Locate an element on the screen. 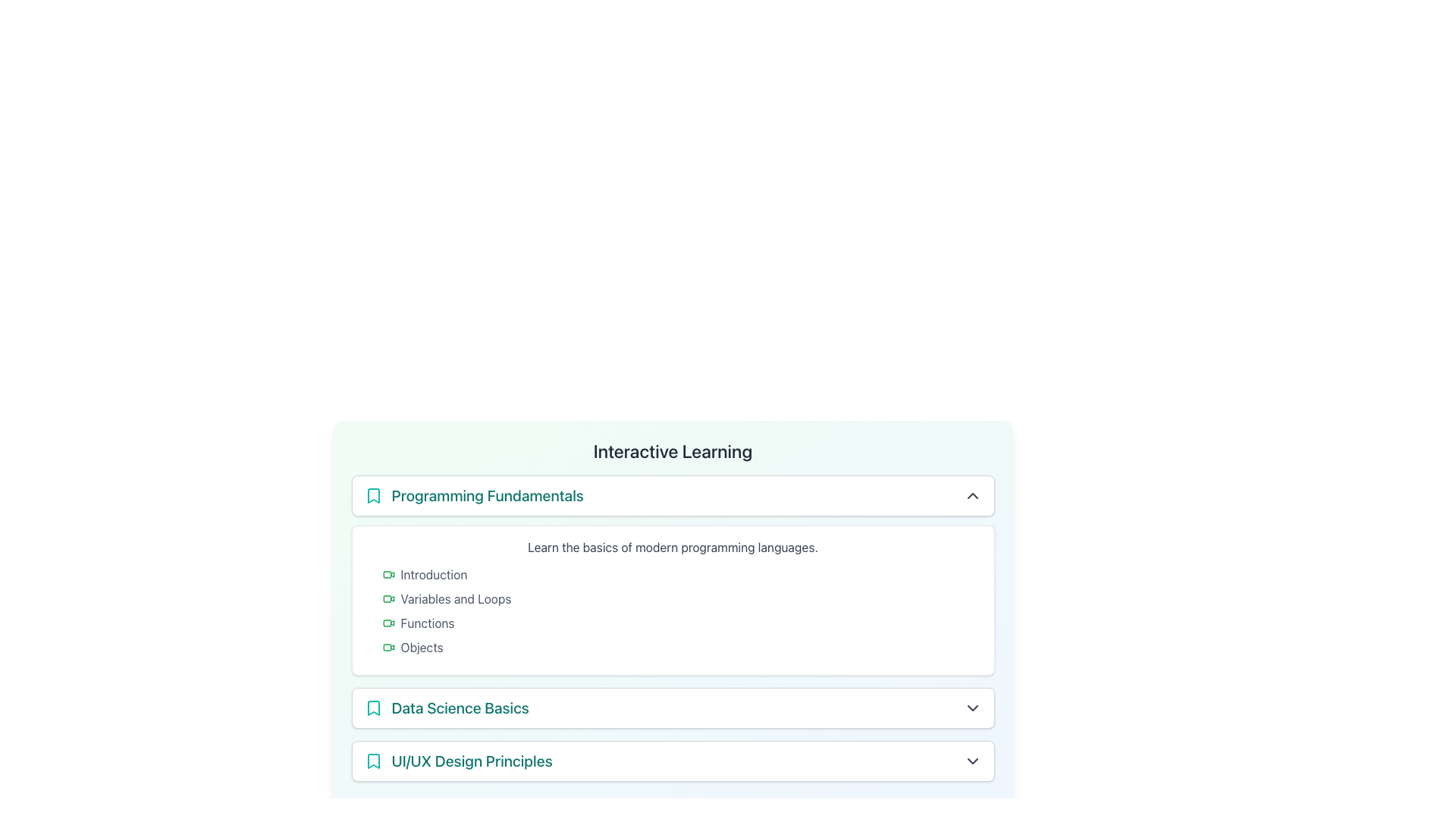 The width and height of the screenshot is (1456, 819). the text label displaying 'Objects' located next to the video camera icon in the 'Programming Fundamentals' section for tooltip or visual feedback is located at coordinates (422, 647).